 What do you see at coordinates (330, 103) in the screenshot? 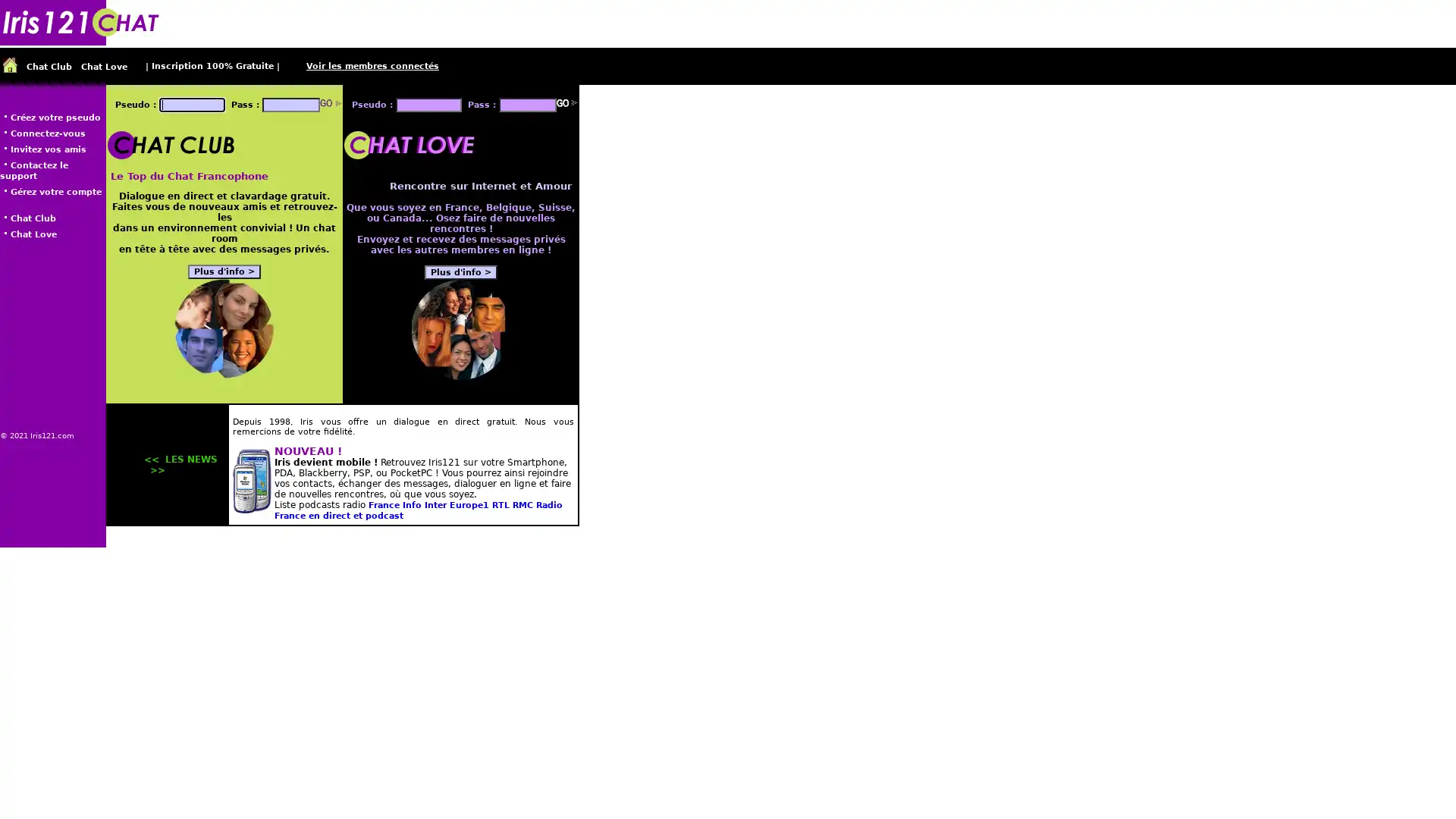
I see `Go!` at bounding box center [330, 103].